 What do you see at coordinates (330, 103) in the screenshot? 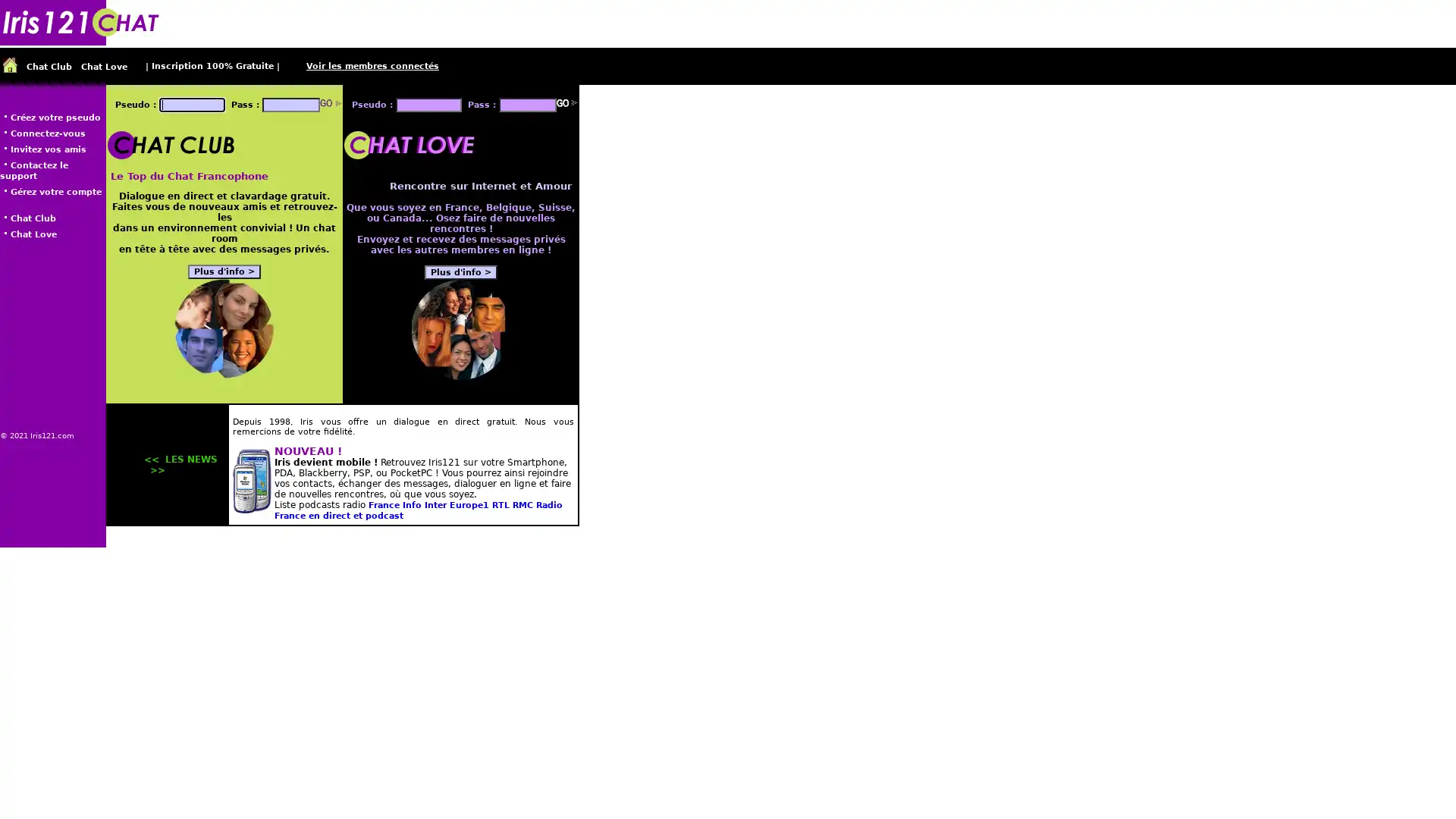
I see `Go!` at bounding box center [330, 103].